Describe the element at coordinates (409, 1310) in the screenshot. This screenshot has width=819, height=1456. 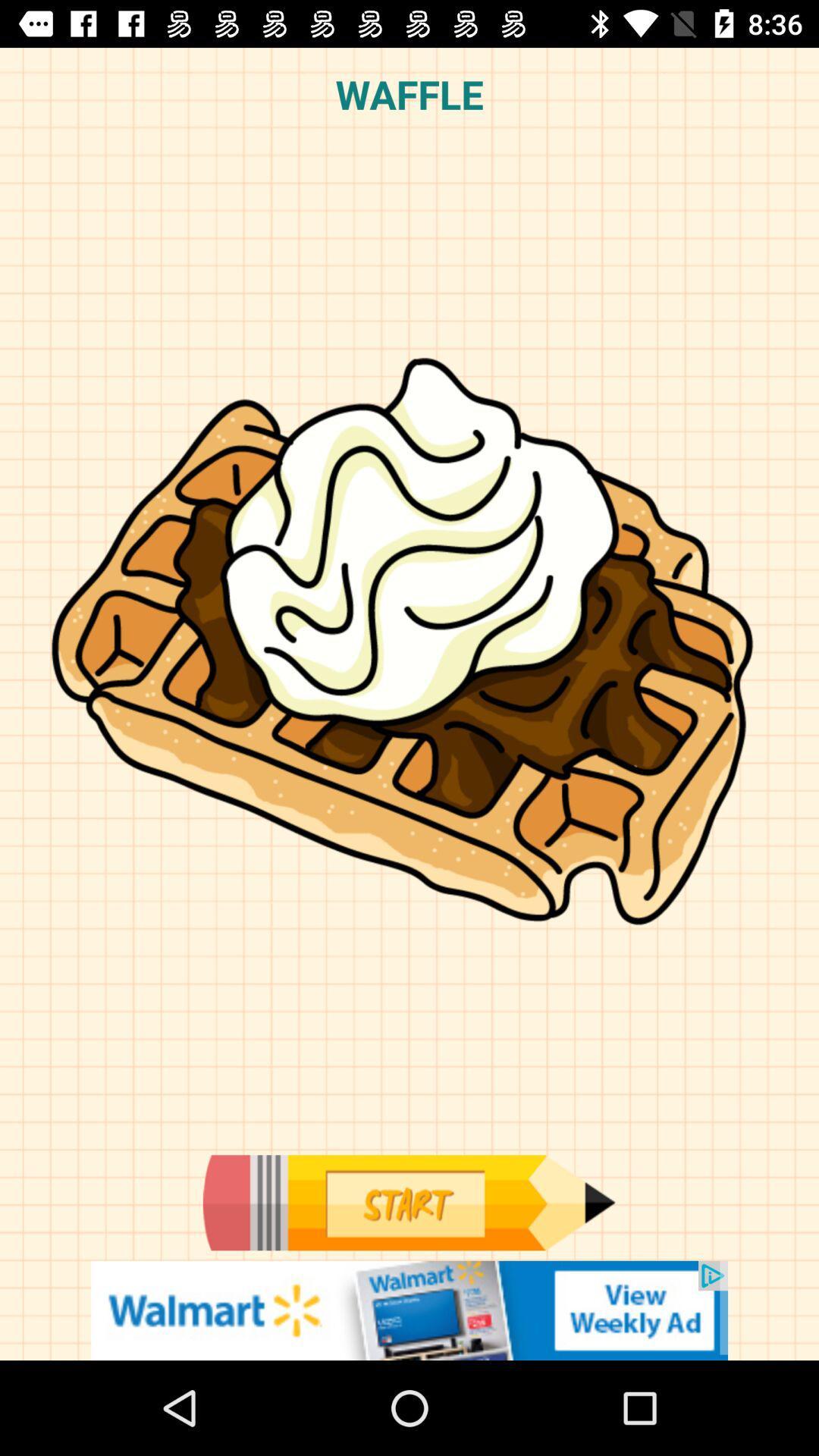
I see `advertisement banner would take off site` at that location.